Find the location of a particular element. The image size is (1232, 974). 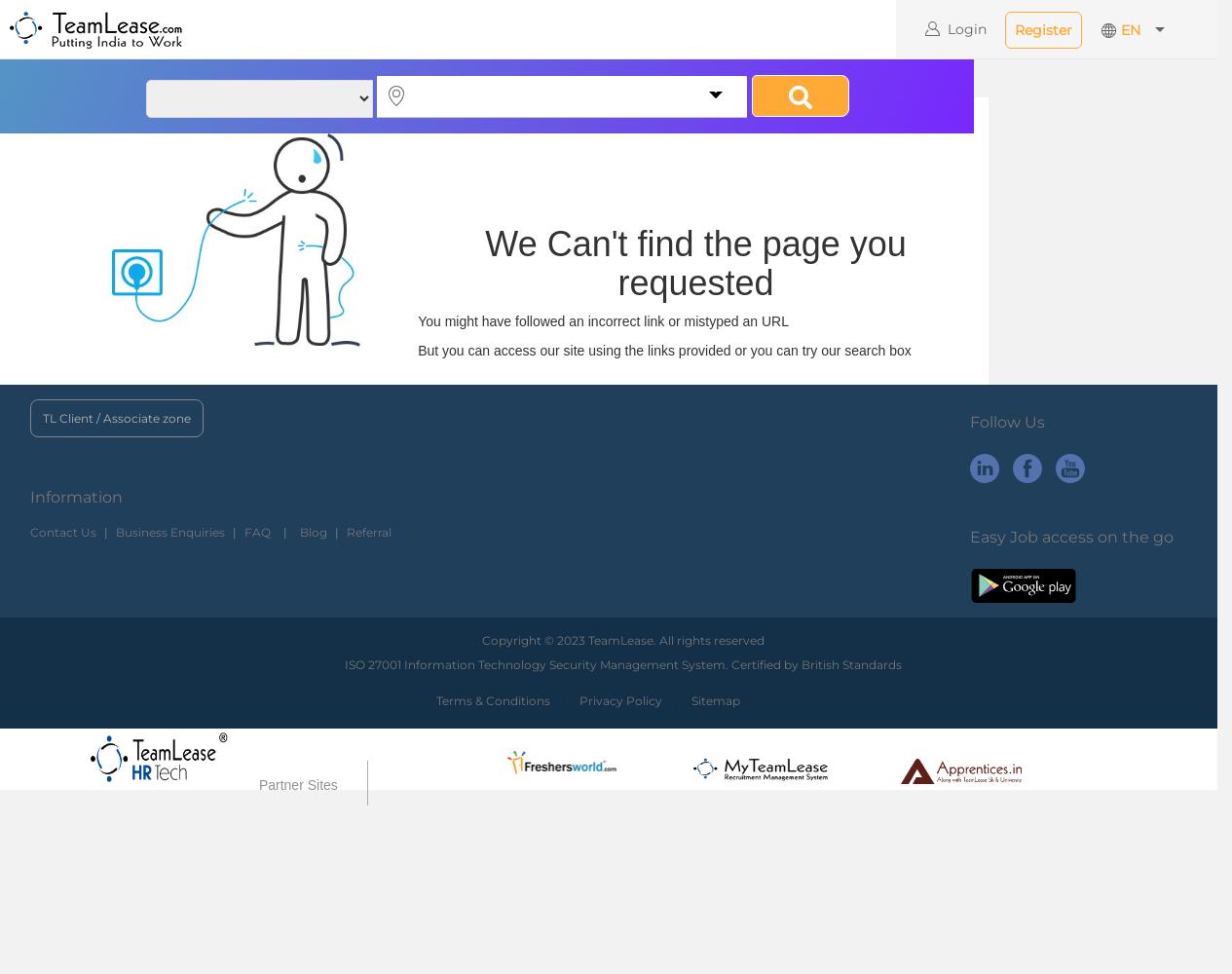

'Information' is located at coordinates (75, 496).